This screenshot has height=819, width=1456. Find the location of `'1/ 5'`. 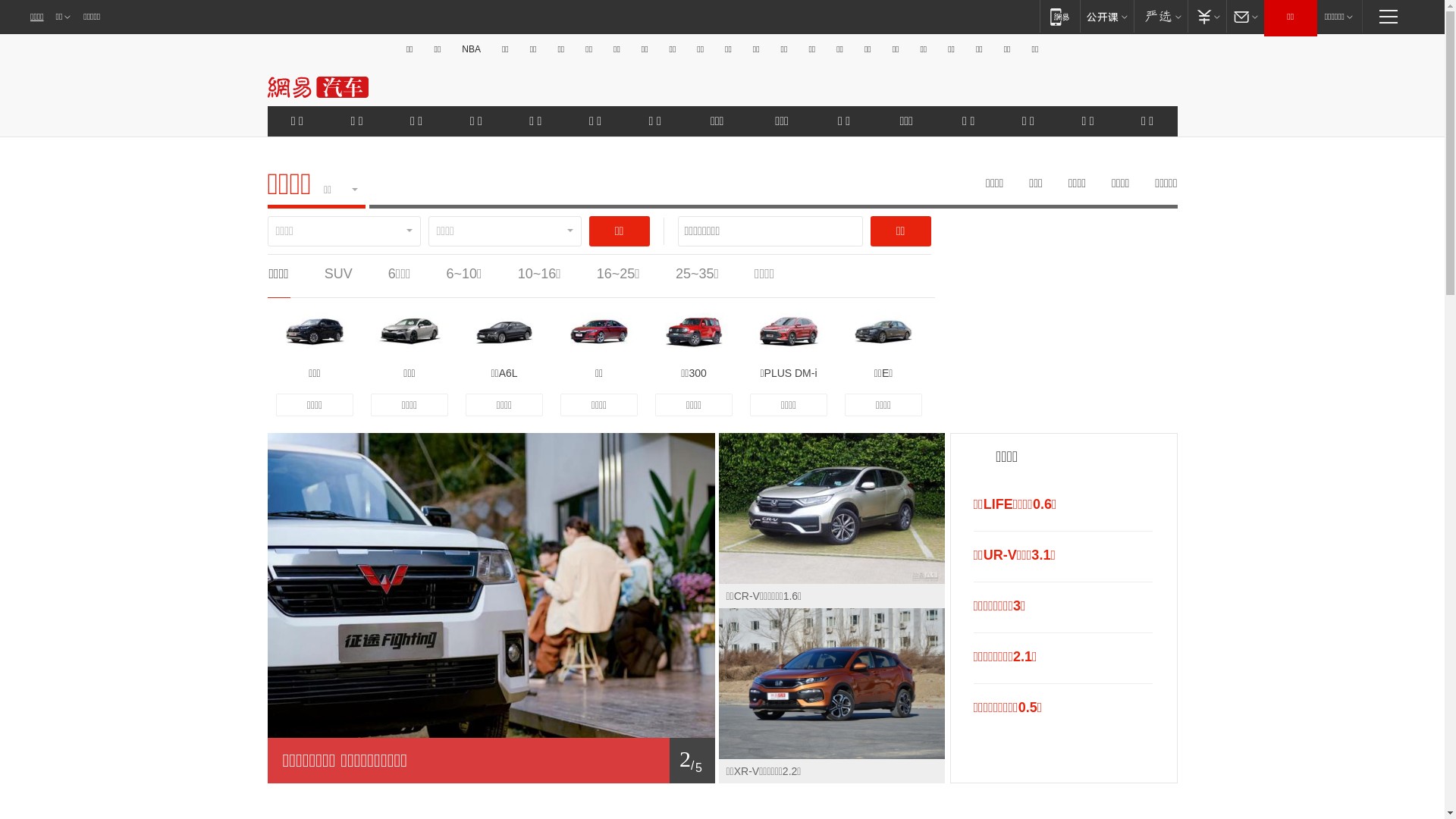

'1/ 5' is located at coordinates (491, 760).